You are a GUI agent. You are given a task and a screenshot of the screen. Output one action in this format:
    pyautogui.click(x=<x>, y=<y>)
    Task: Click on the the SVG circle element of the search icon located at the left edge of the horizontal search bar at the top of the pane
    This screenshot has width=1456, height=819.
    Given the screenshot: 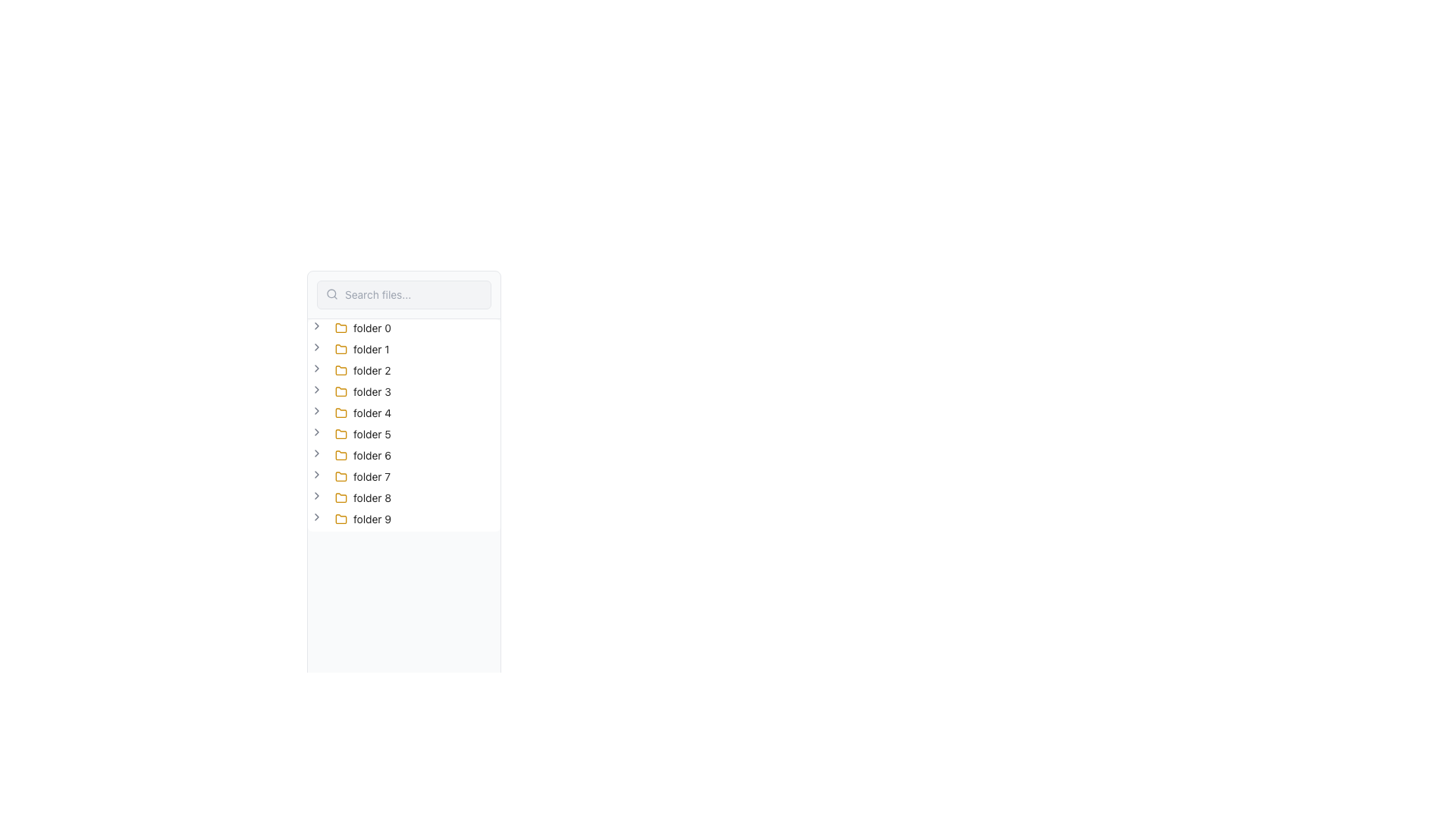 What is the action you would take?
    pyautogui.click(x=331, y=293)
    